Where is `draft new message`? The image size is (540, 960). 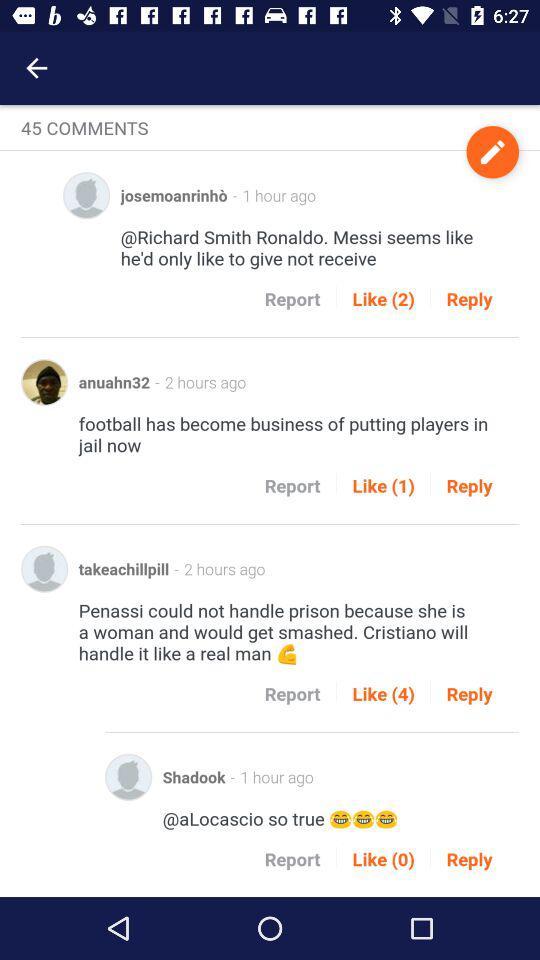
draft new message is located at coordinates (491, 151).